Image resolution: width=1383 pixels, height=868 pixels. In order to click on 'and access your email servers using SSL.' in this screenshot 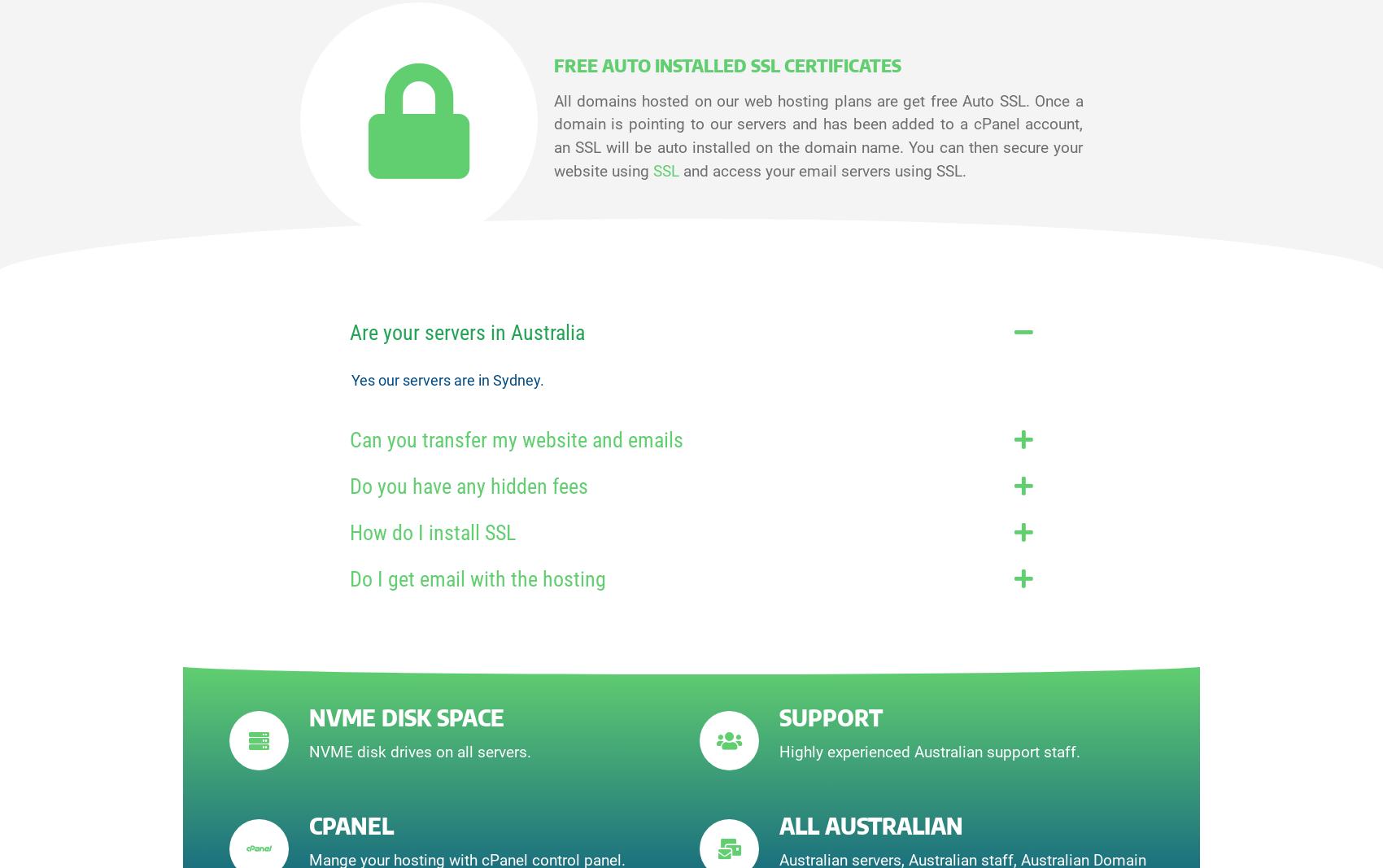, I will do `click(821, 171)`.